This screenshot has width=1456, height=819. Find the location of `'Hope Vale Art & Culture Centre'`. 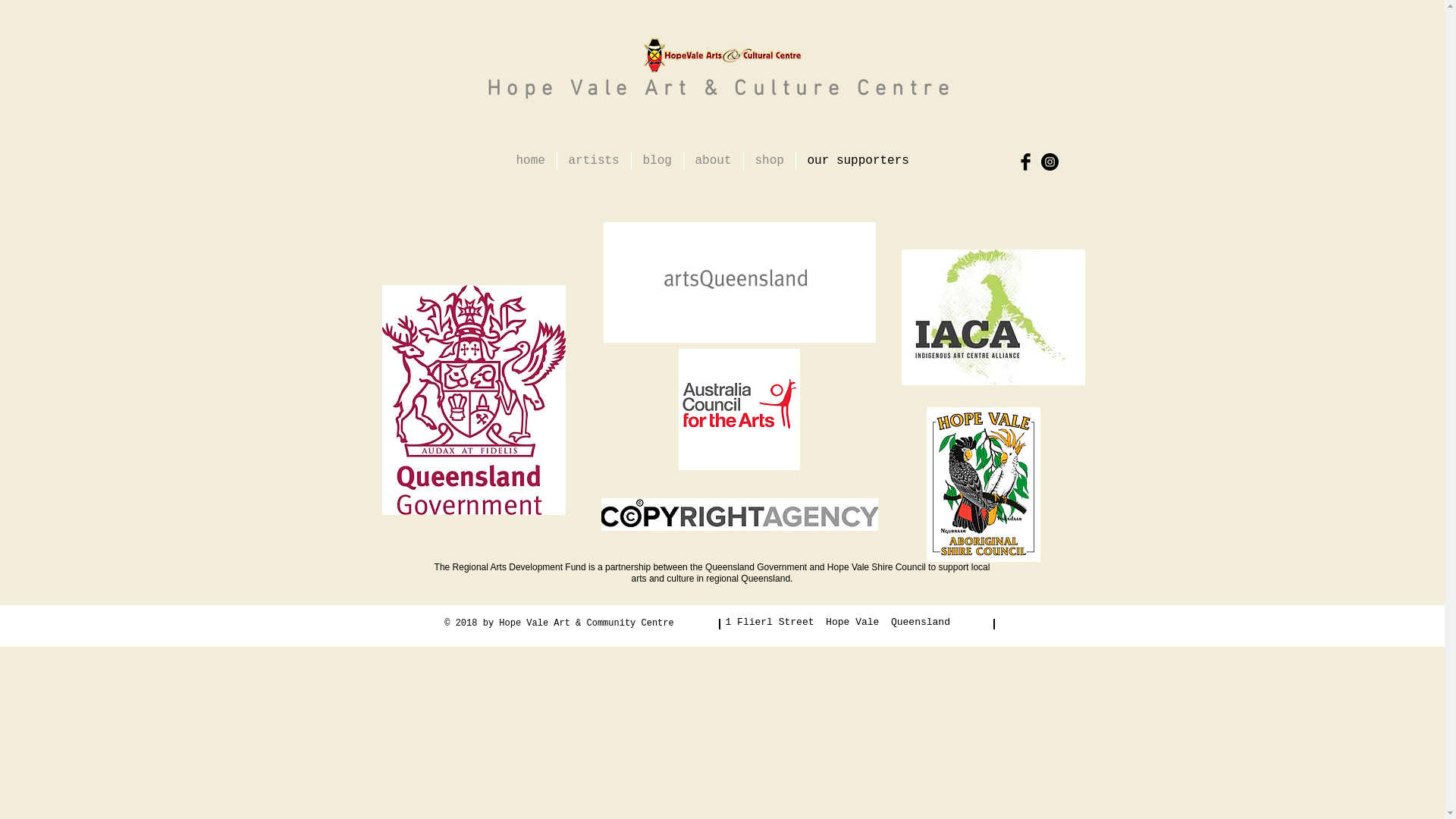

'Hope Vale Art & Culture Centre' is located at coordinates (720, 89).